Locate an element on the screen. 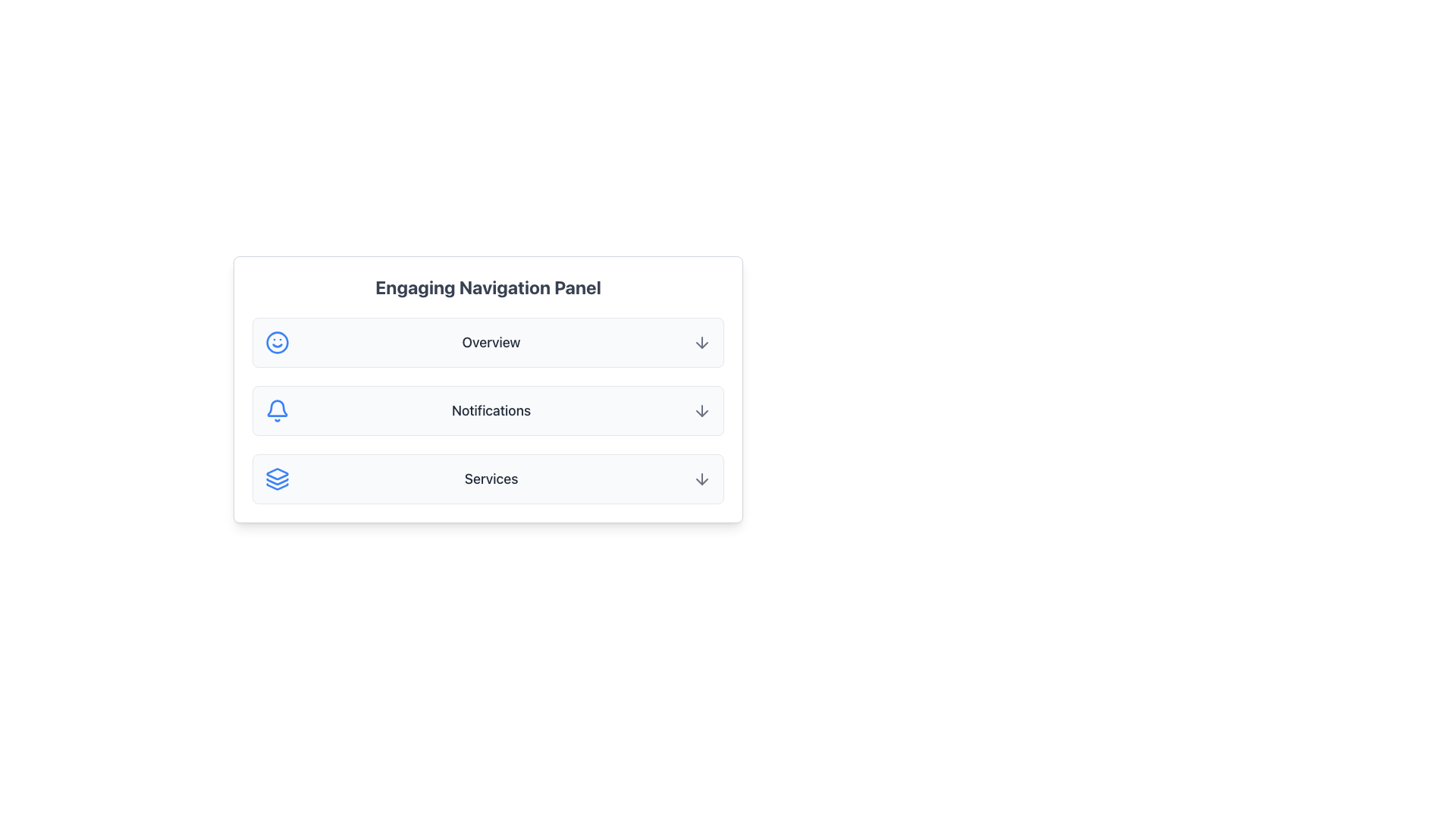 This screenshot has height=819, width=1456. the Notifications menu item in the vertically stacked navigation panel is located at coordinates (488, 411).